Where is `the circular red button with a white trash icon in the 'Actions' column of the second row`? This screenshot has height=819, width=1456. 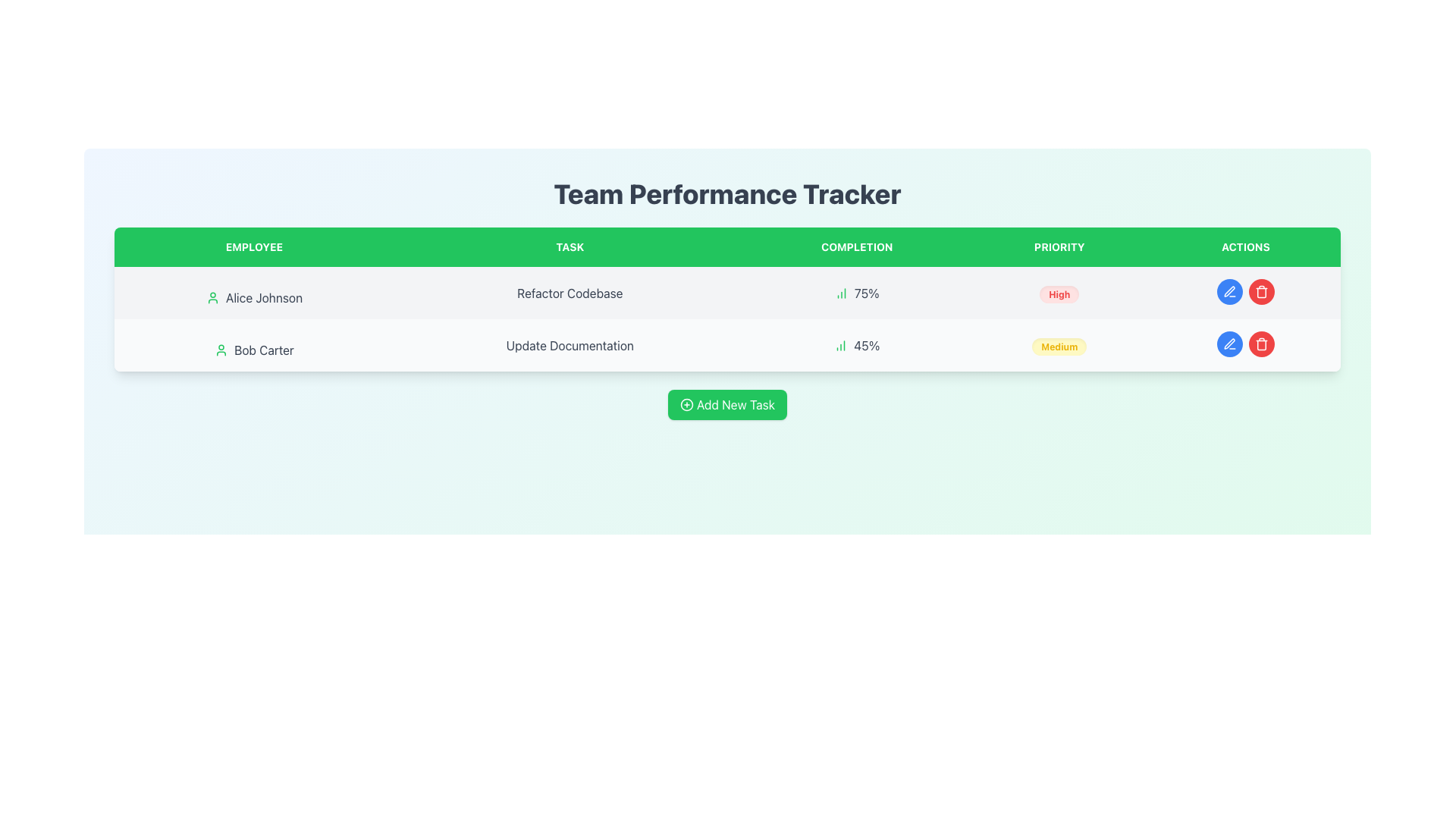 the circular red button with a white trash icon in the 'Actions' column of the second row is located at coordinates (1261, 344).